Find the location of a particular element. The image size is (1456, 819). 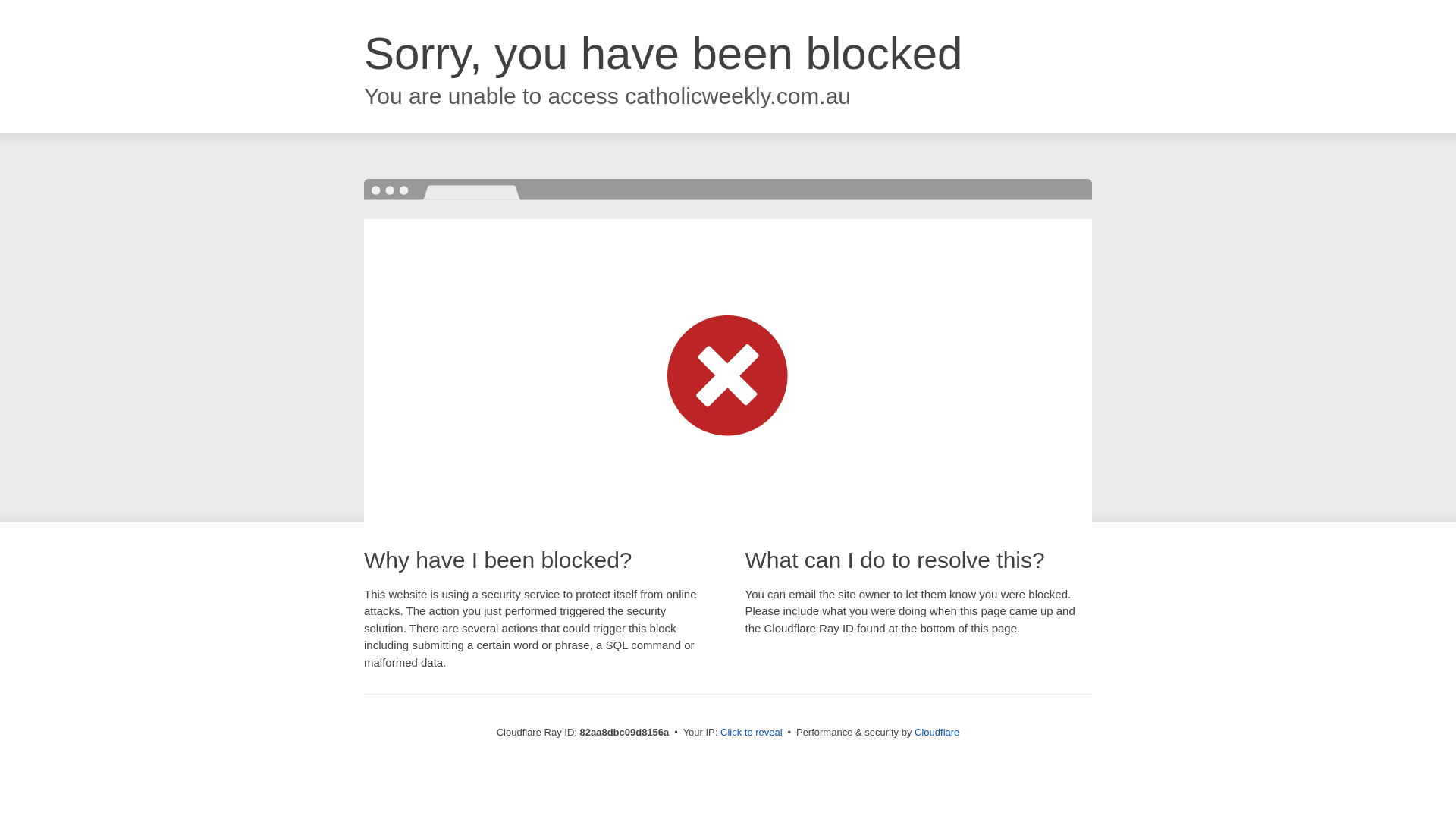

'Click to reveal' is located at coordinates (751, 731).